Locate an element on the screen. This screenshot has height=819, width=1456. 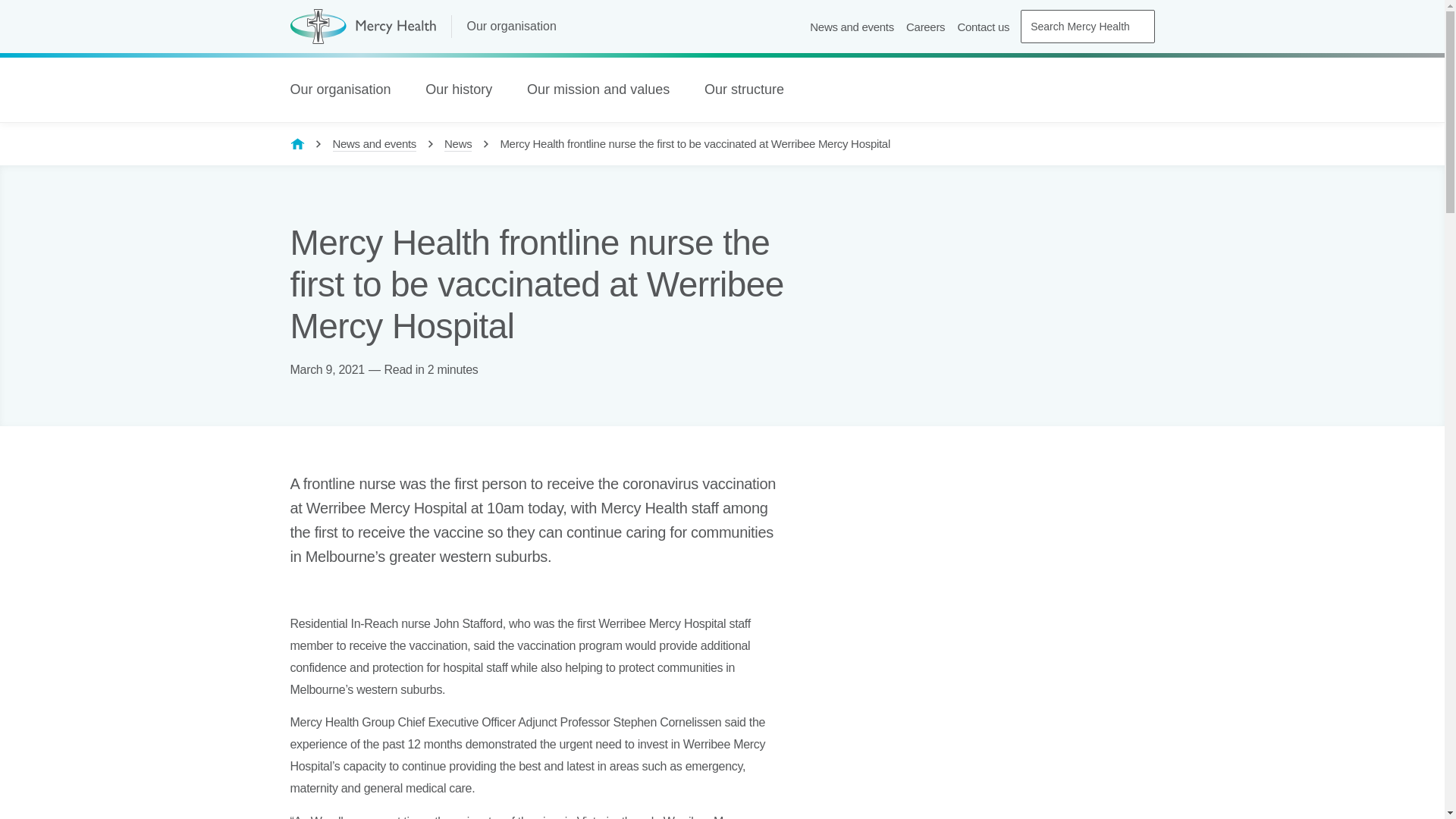
'Our mission and values' is located at coordinates (603, 89).